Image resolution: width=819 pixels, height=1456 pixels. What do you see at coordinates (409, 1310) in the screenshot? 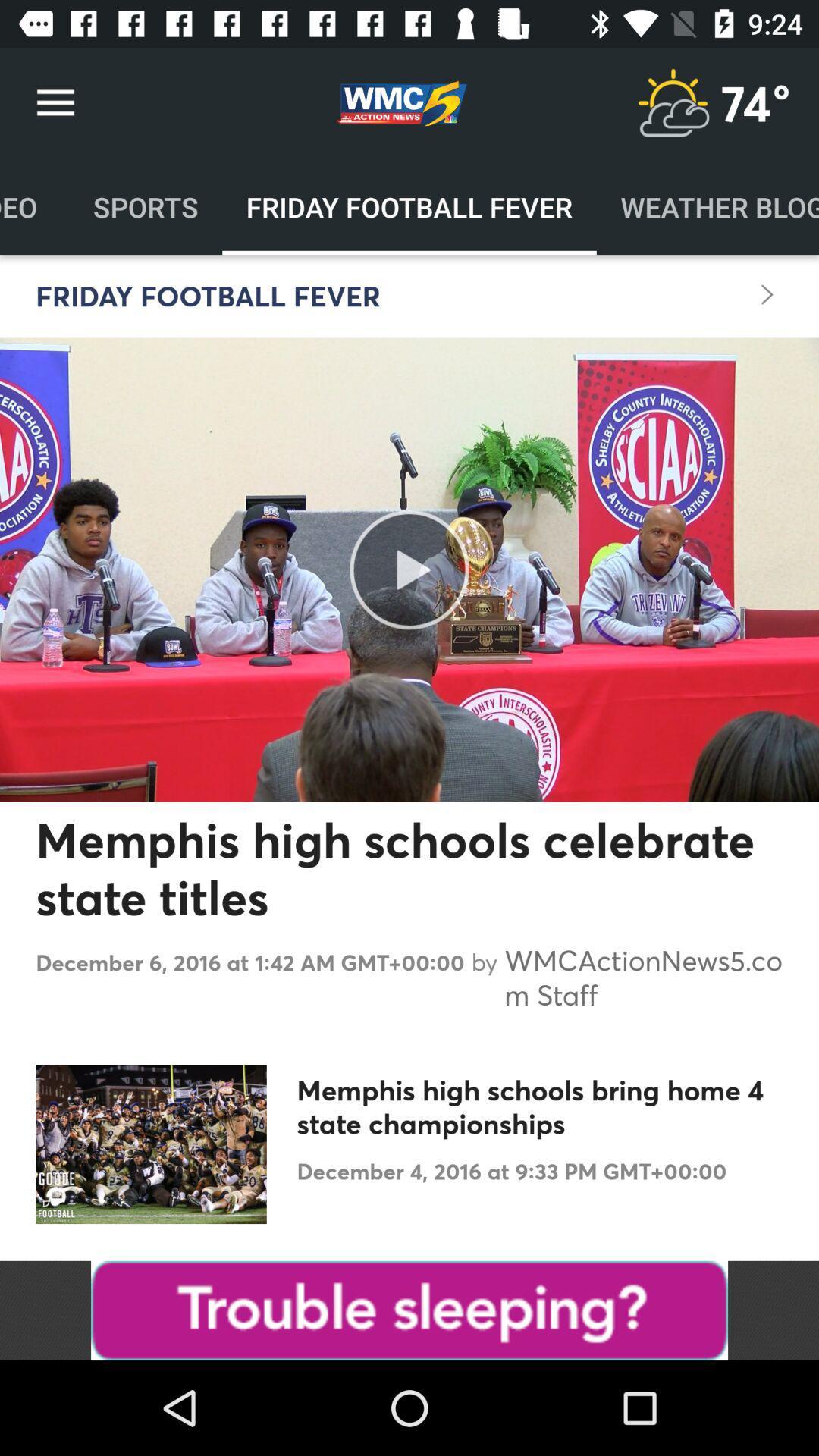
I see `open advertisement` at bounding box center [409, 1310].